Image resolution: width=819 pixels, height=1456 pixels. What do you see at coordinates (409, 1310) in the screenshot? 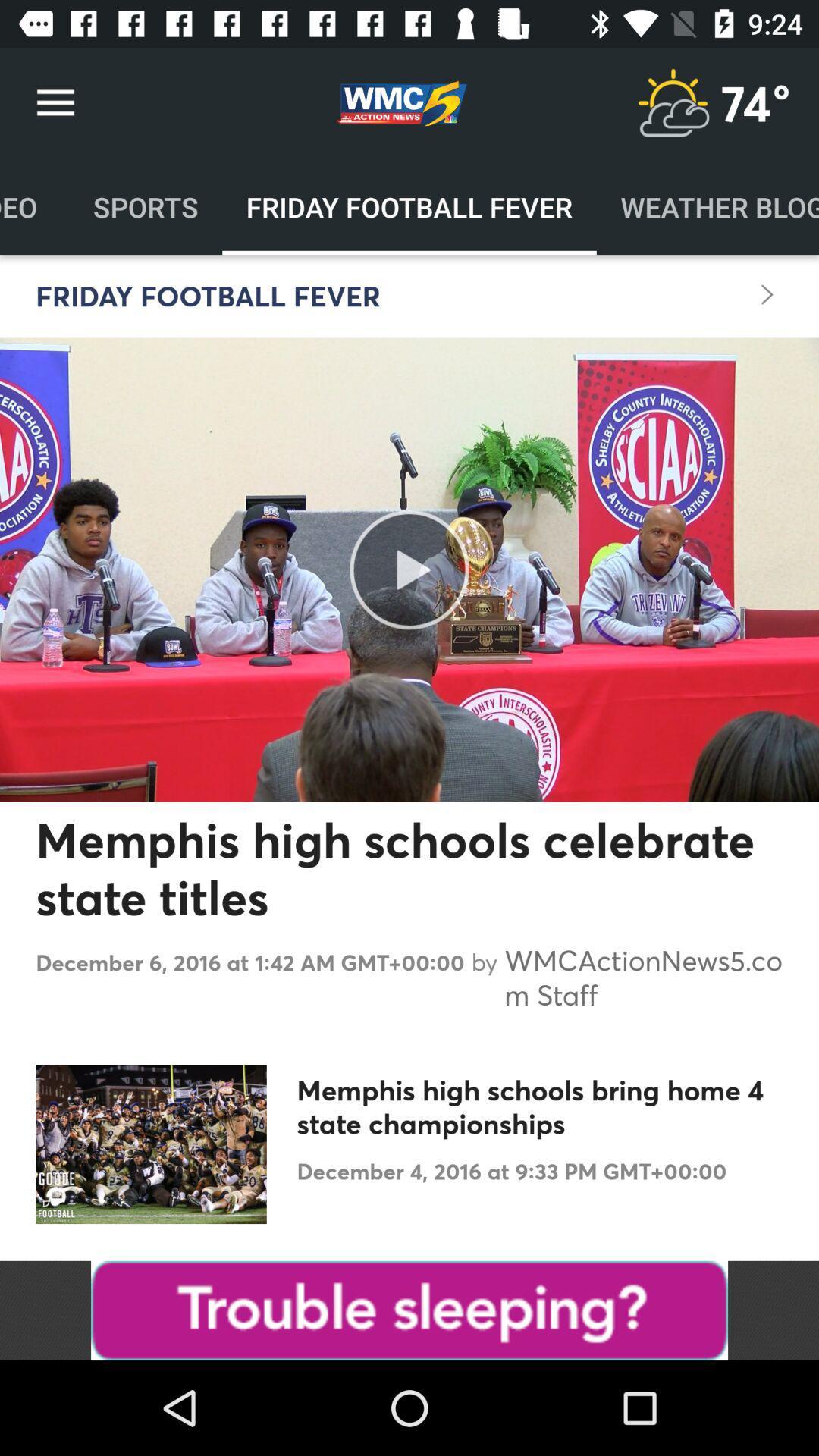
I see `open advertisement` at bounding box center [409, 1310].